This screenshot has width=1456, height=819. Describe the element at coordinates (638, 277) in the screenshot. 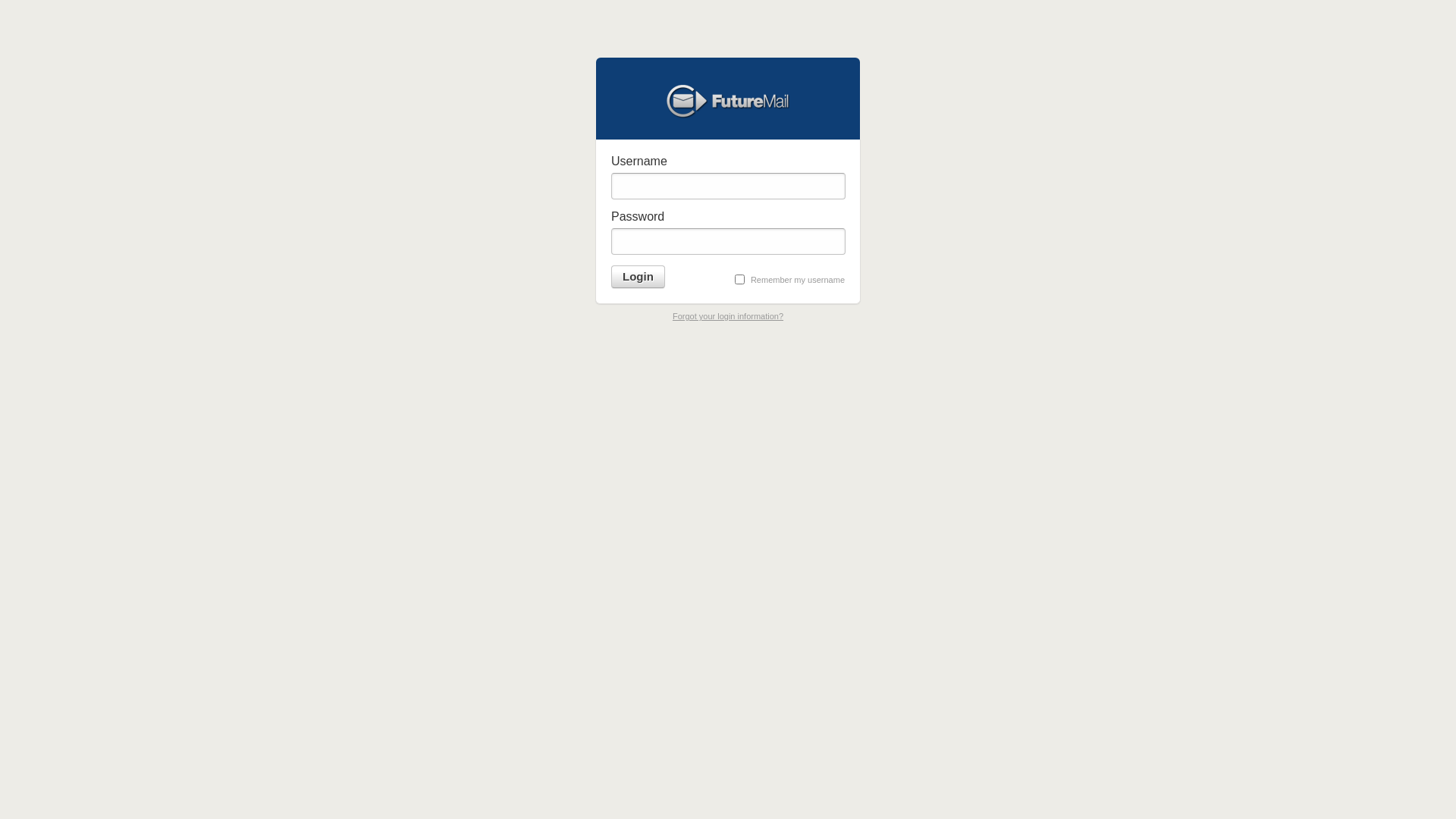

I see `'Login'` at that location.